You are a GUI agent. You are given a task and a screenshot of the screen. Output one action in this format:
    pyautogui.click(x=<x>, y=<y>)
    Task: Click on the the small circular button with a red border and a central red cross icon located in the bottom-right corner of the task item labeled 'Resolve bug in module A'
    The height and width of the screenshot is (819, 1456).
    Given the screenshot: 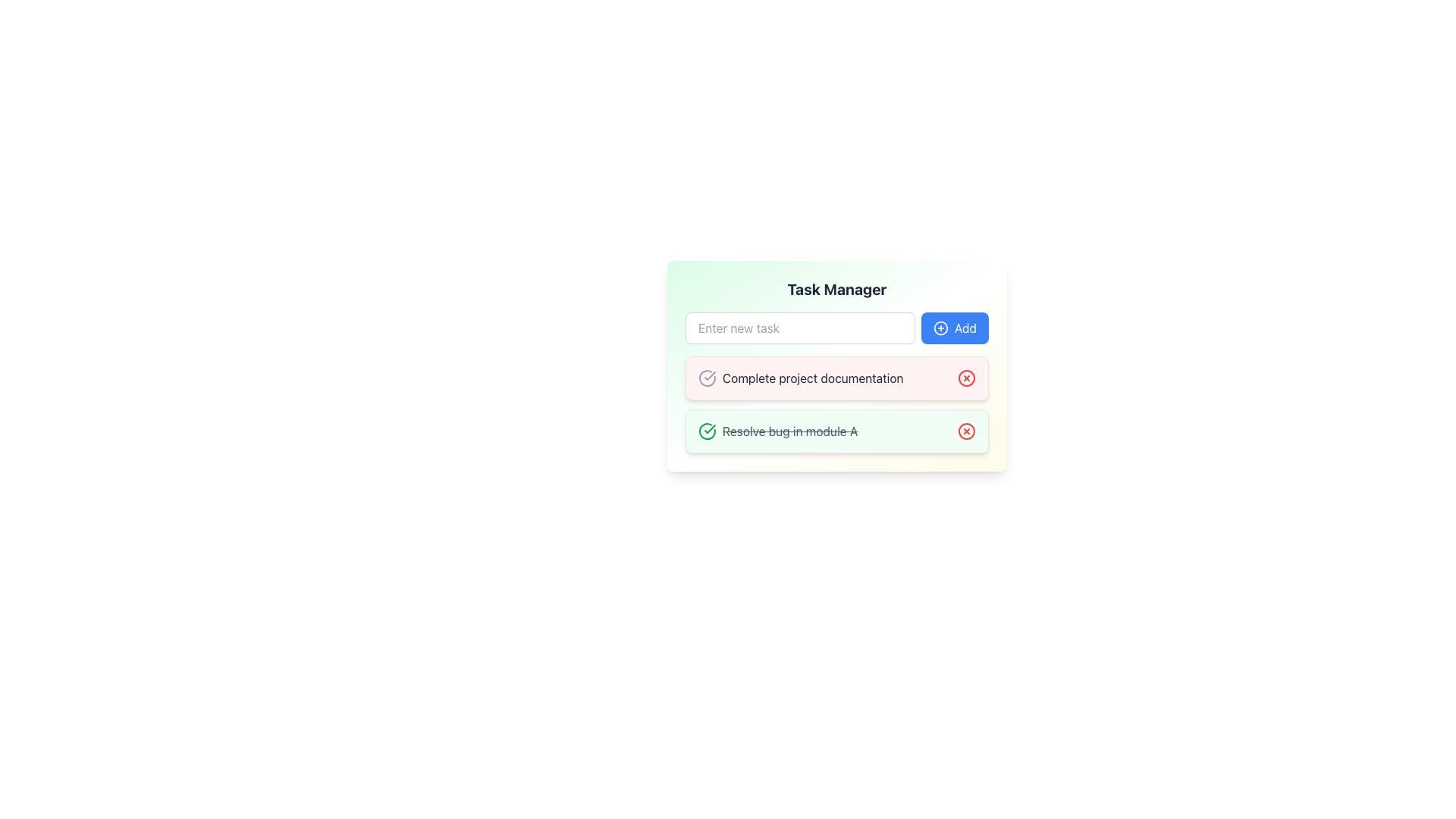 What is the action you would take?
    pyautogui.click(x=966, y=431)
    